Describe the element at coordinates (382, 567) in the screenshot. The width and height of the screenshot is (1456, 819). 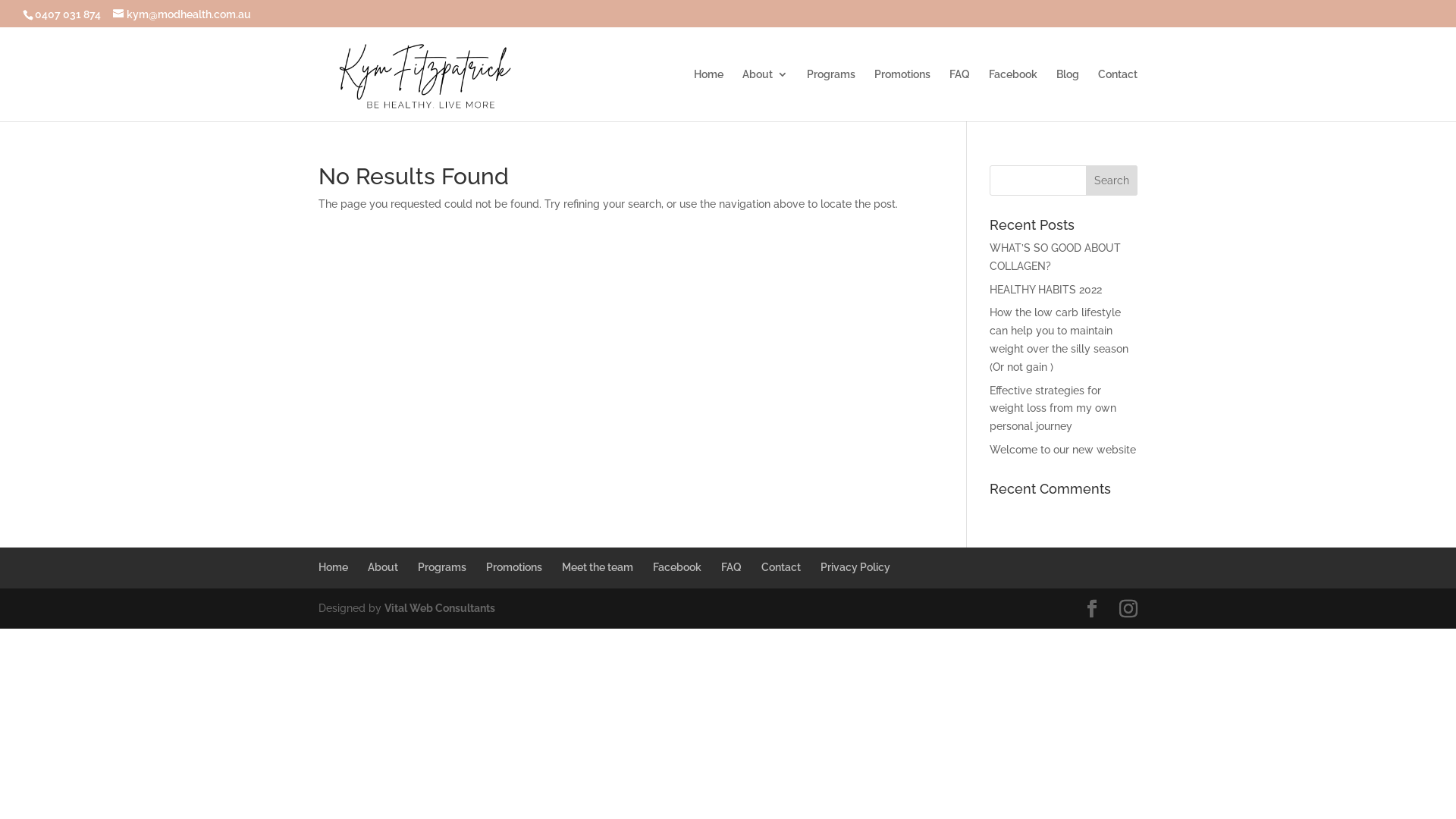
I see `'About'` at that location.